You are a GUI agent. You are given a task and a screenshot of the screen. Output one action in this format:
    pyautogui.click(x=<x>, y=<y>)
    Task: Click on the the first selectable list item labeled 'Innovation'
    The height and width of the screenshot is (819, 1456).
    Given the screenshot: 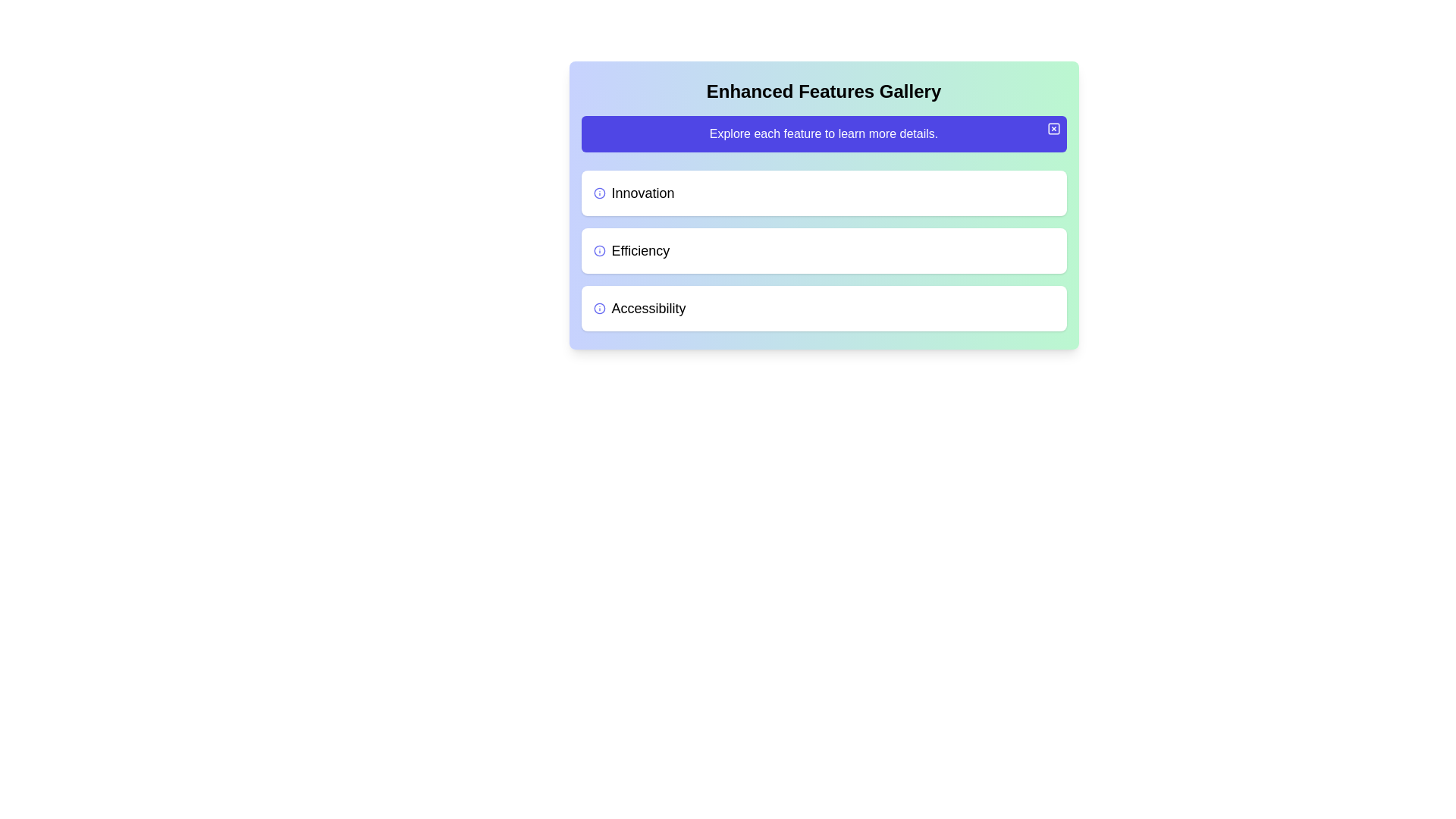 What is the action you would take?
    pyautogui.click(x=823, y=192)
    